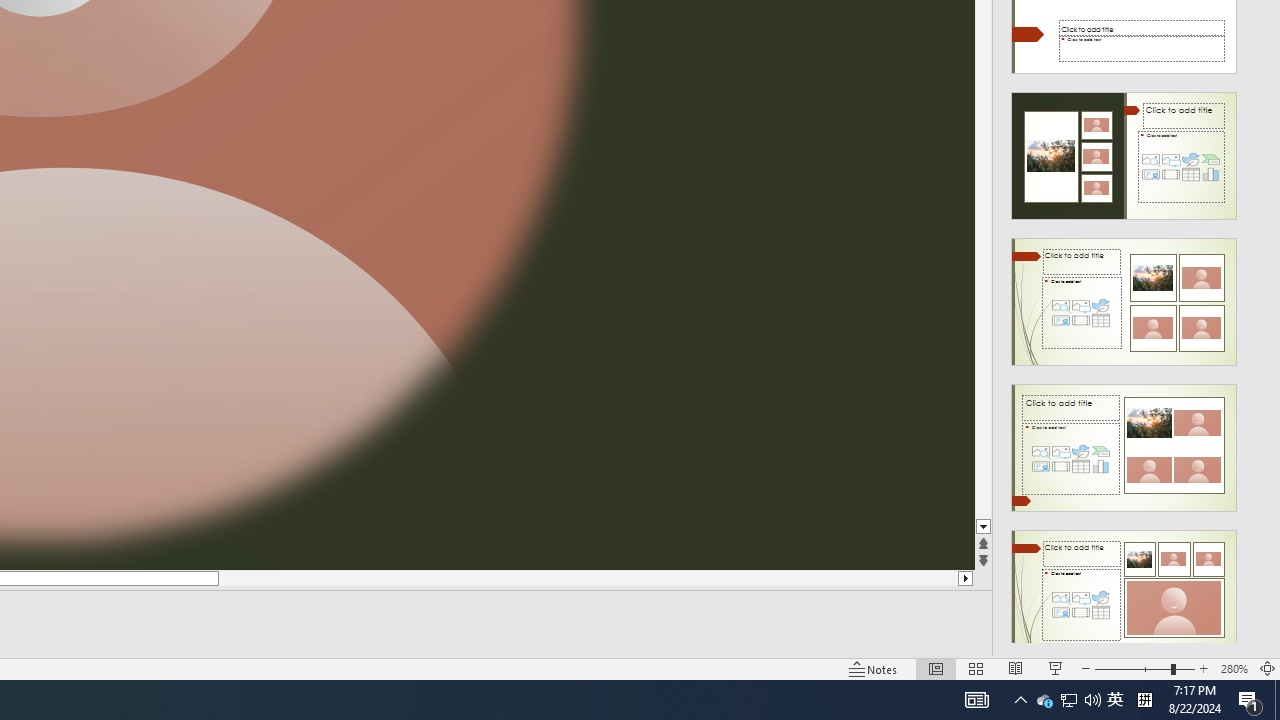 The width and height of the screenshot is (1280, 720). I want to click on 'Zoom In', so click(1203, 669).